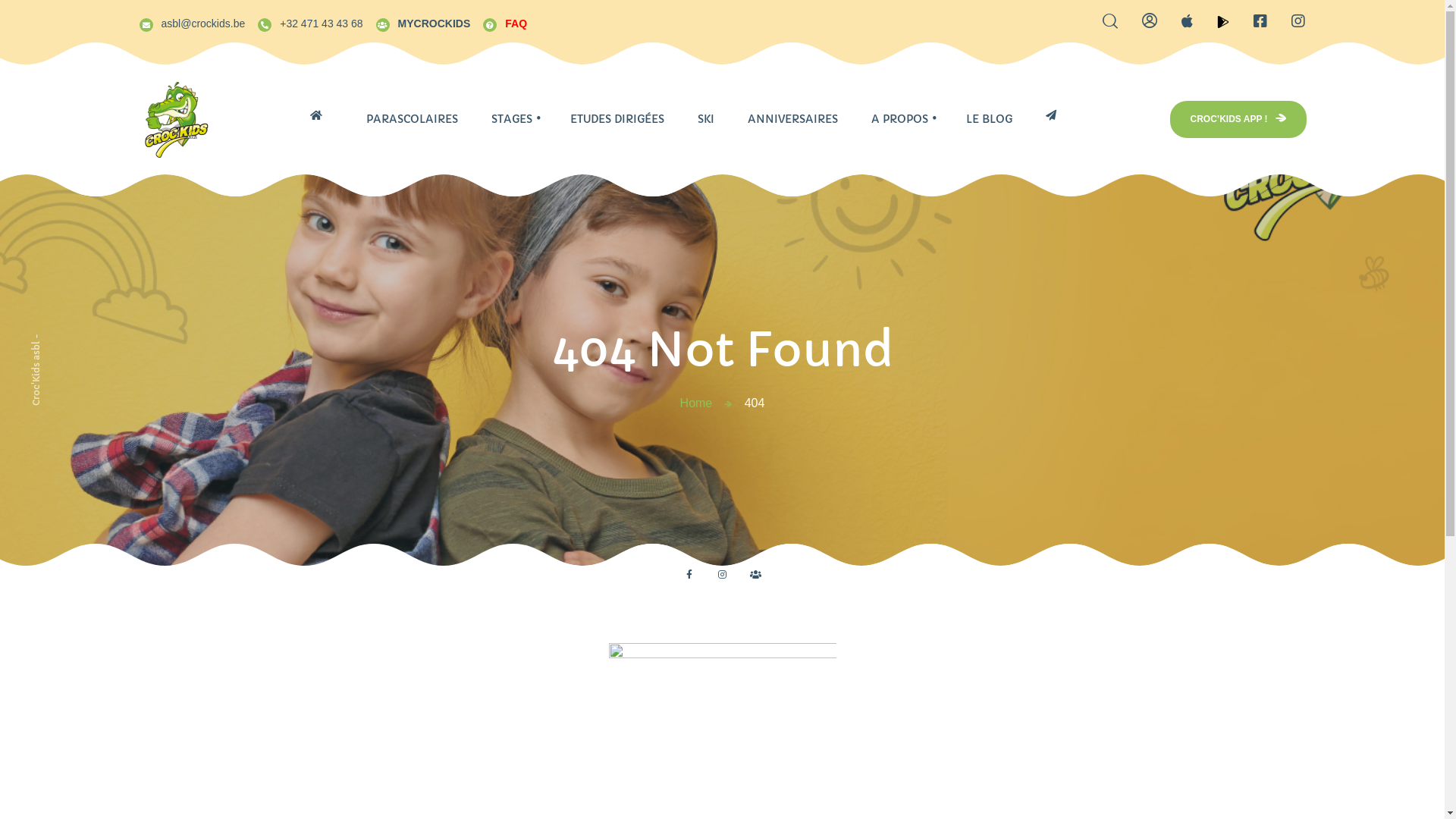 This screenshot has width=1456, height=819. Describe the element at coordinates (695, 402) in the screenshot. I see `'Home'` at that location.